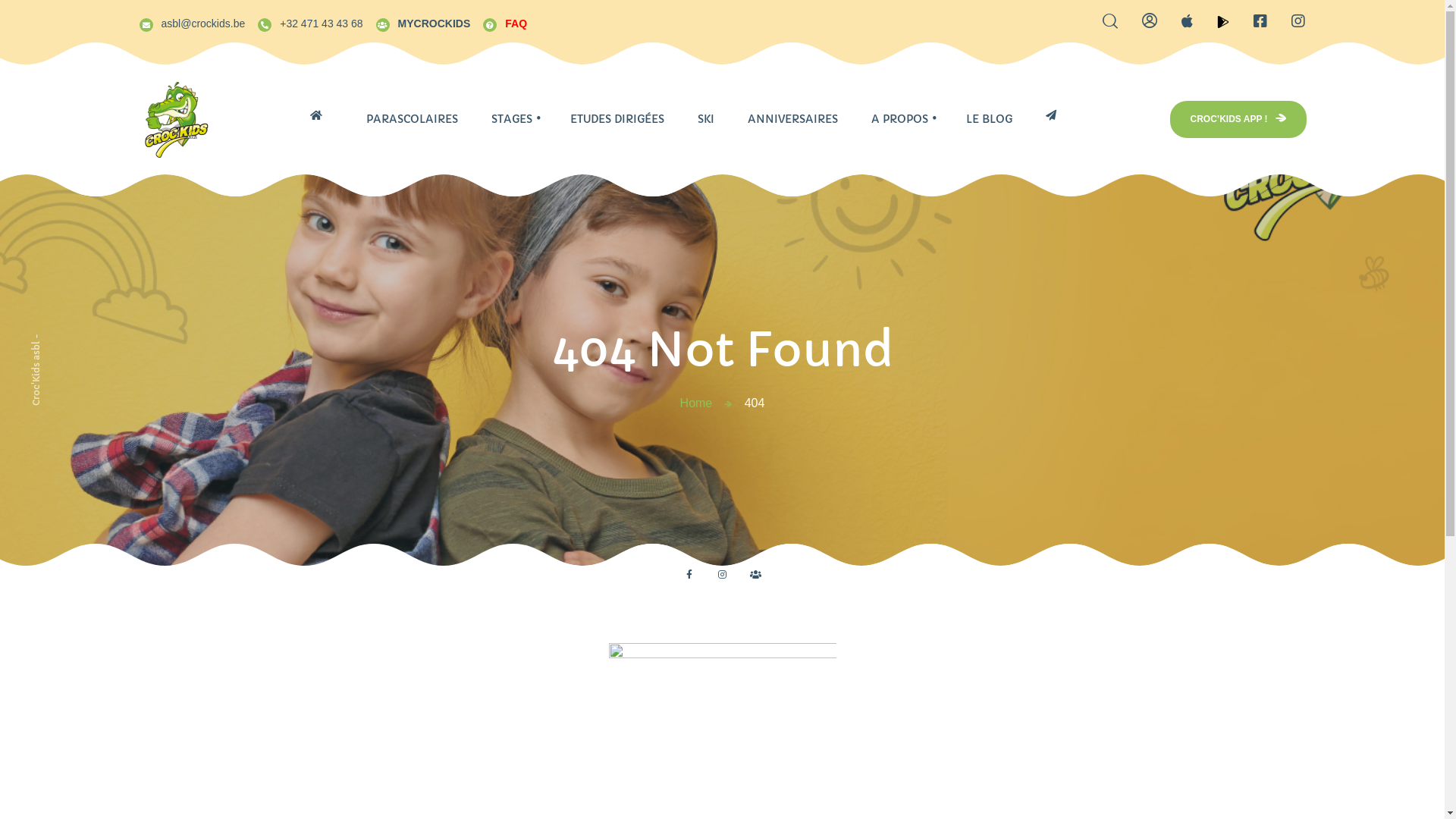 This screenshot has width=1456, height=819. Describe the element at coordinates (695, 402) in the screenshot. I see `'Home'` at that location.